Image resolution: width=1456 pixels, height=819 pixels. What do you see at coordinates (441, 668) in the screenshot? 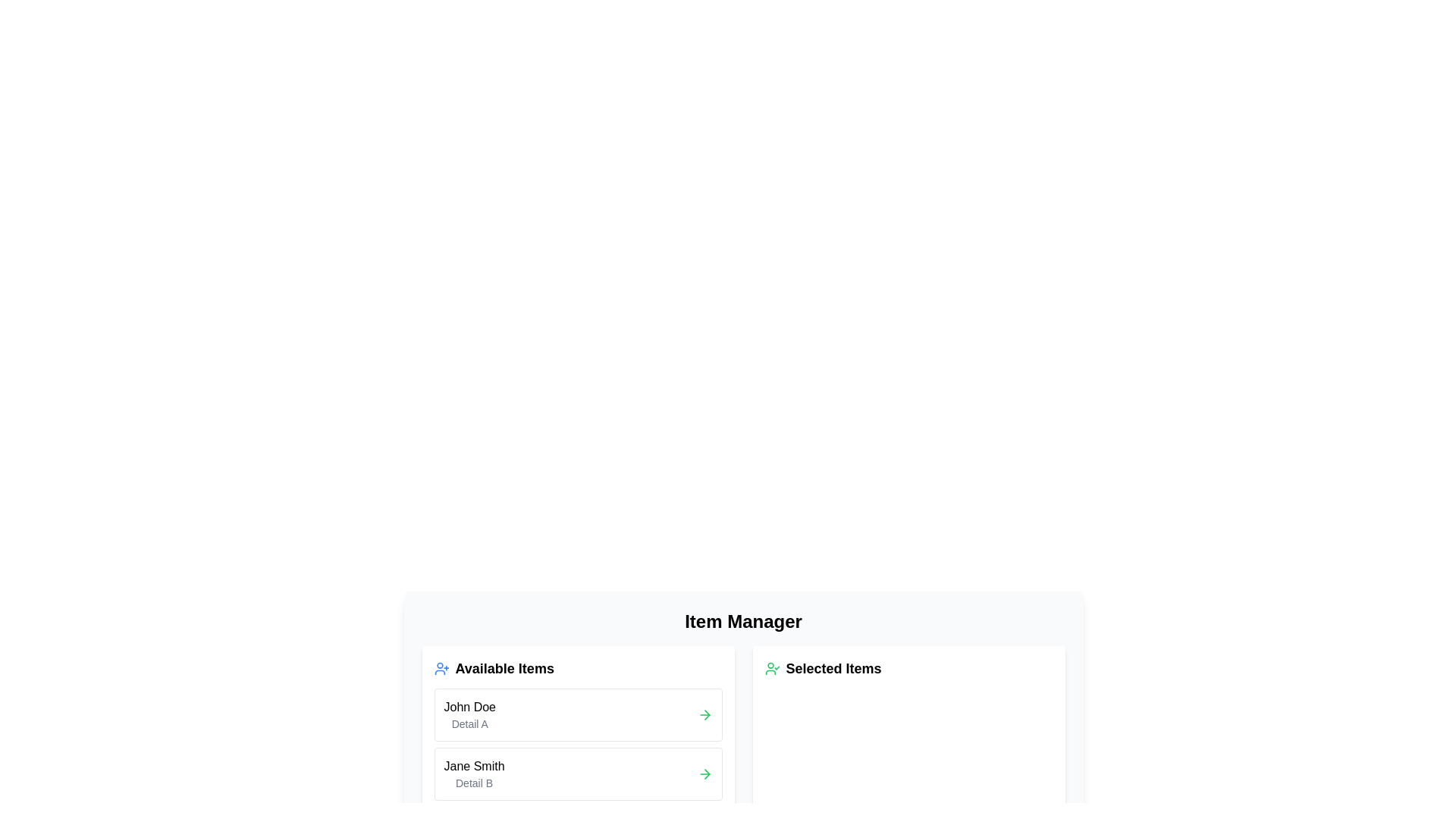
I see `the add user icon located in the header section of the 'Available Items' card, positioned directly to the left of the card's title text 'Available Items'` at bounding box center [441, 668].